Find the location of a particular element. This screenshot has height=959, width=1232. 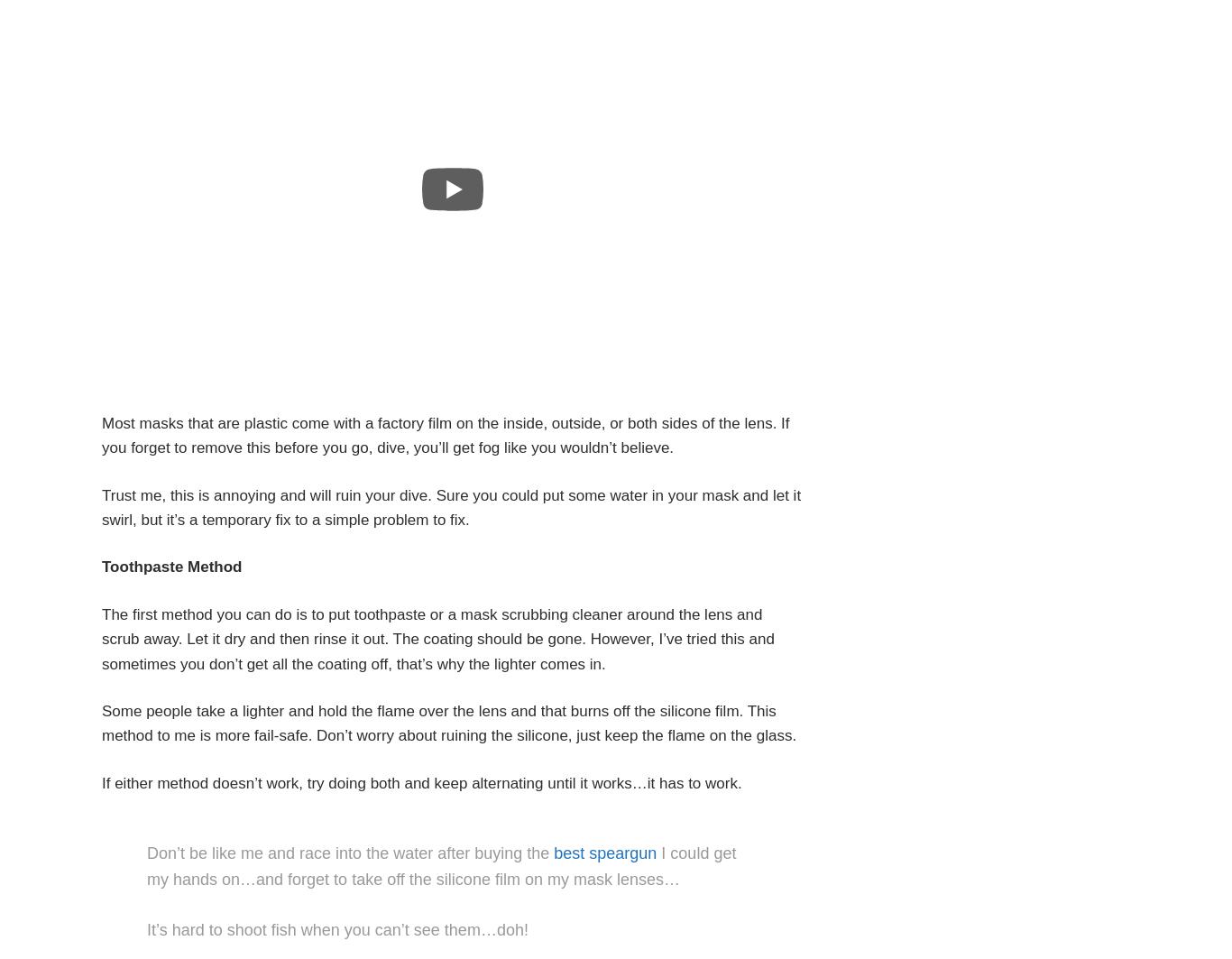

'If either method doesn’t work, try doing both and keep alternating until it works…it has to work.' is located at coordinates (101, 782).